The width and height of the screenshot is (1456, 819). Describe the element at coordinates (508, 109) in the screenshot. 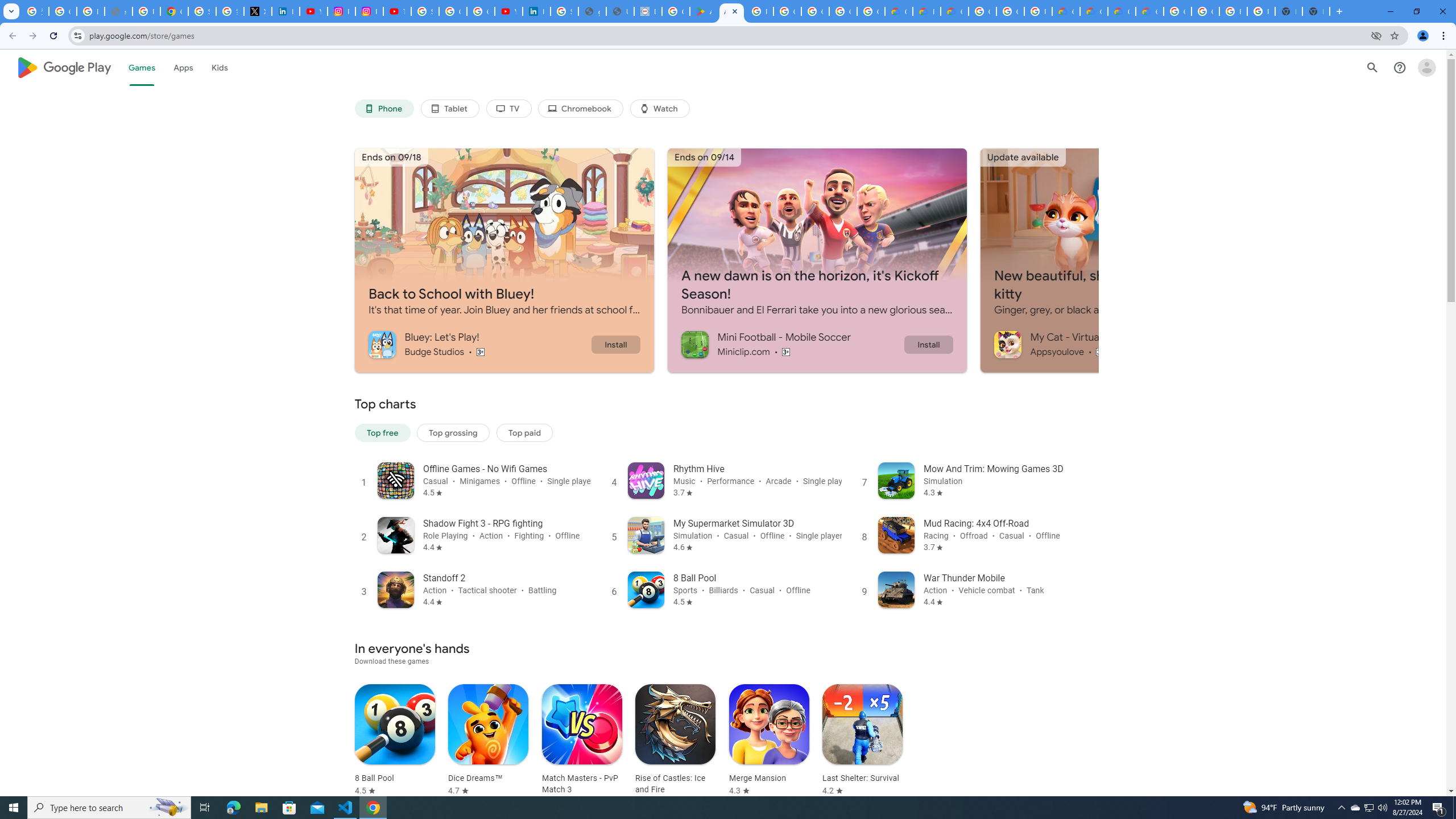

I see `'TV'` at that location.